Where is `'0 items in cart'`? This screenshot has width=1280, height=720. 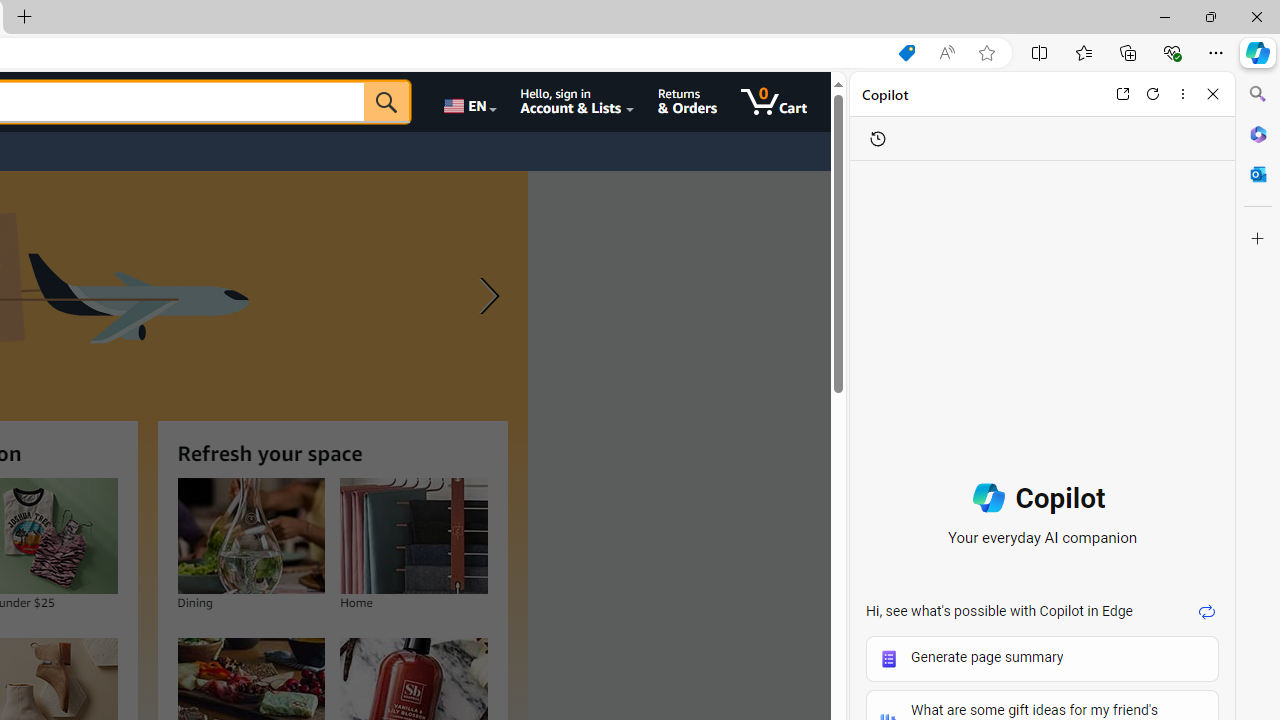
'0 items in cart' is located at coordinates (773, 101).